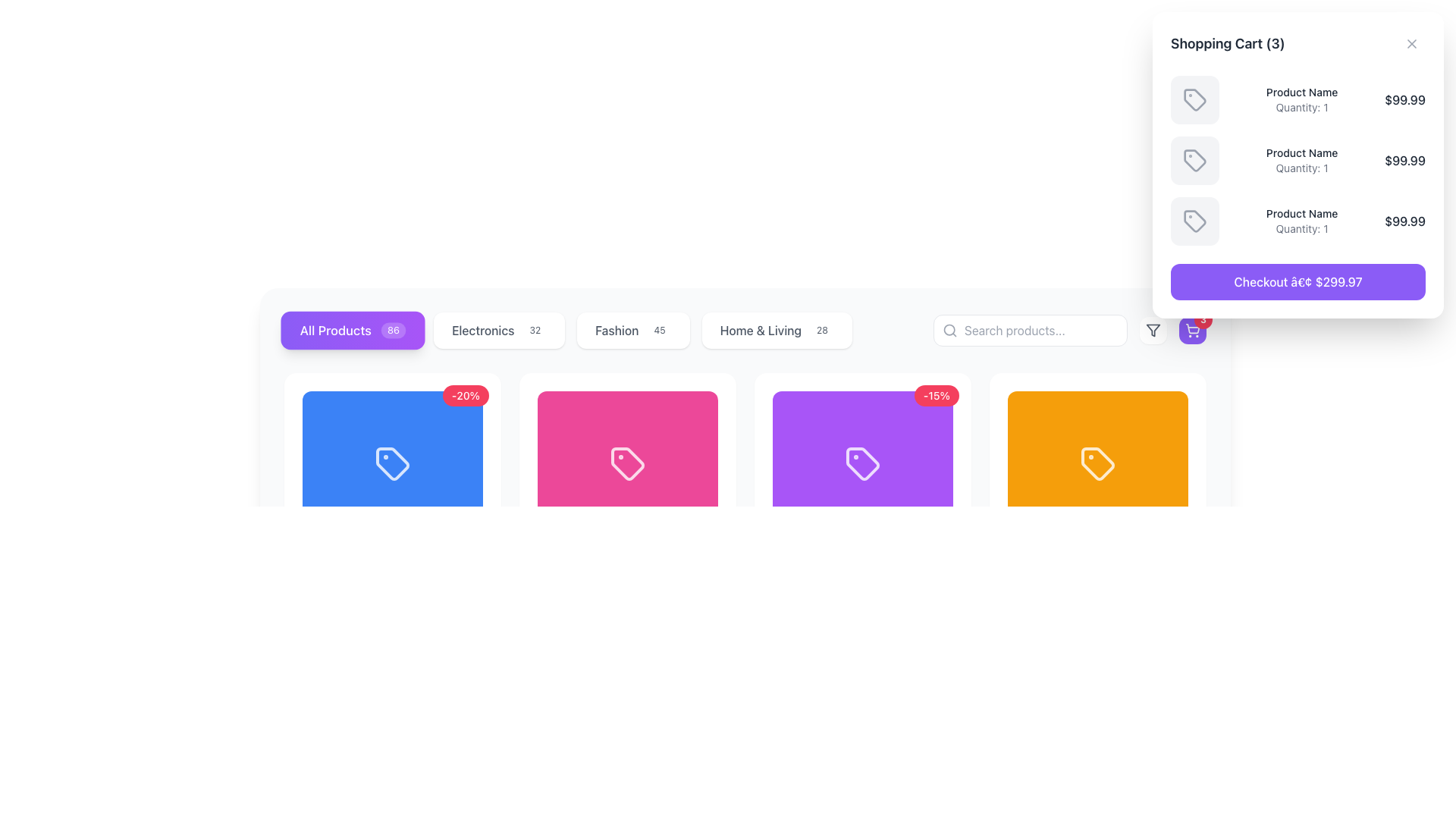 This screenshot has width=1456, height=819. Describe the element at coordinates (1194, 99) in the screenshot. I see `the first icon in the shopping cart drawer to observe its associated tooltip or effect` at that location.